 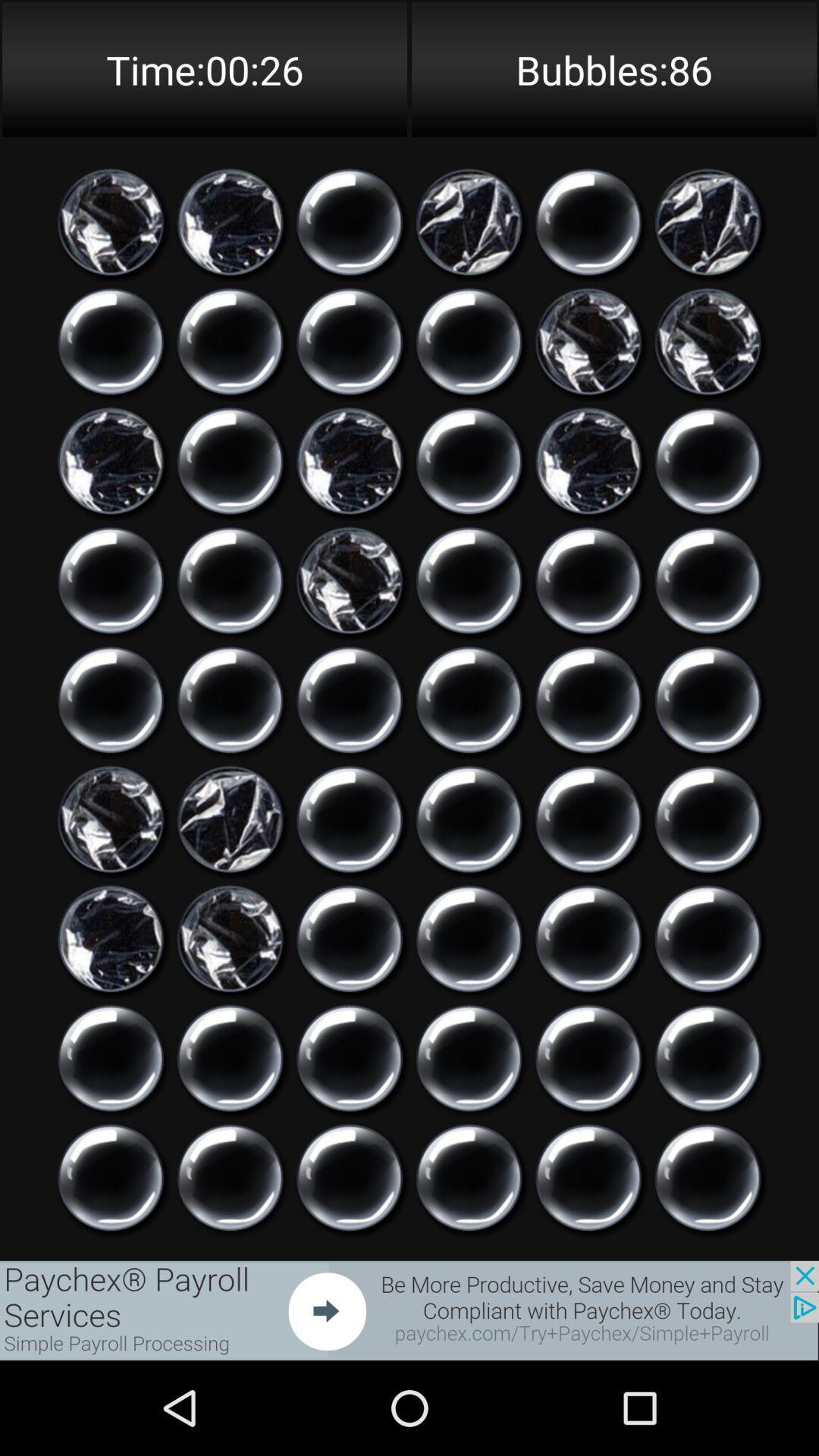 I want to click on something, so click(x=468, y=579).